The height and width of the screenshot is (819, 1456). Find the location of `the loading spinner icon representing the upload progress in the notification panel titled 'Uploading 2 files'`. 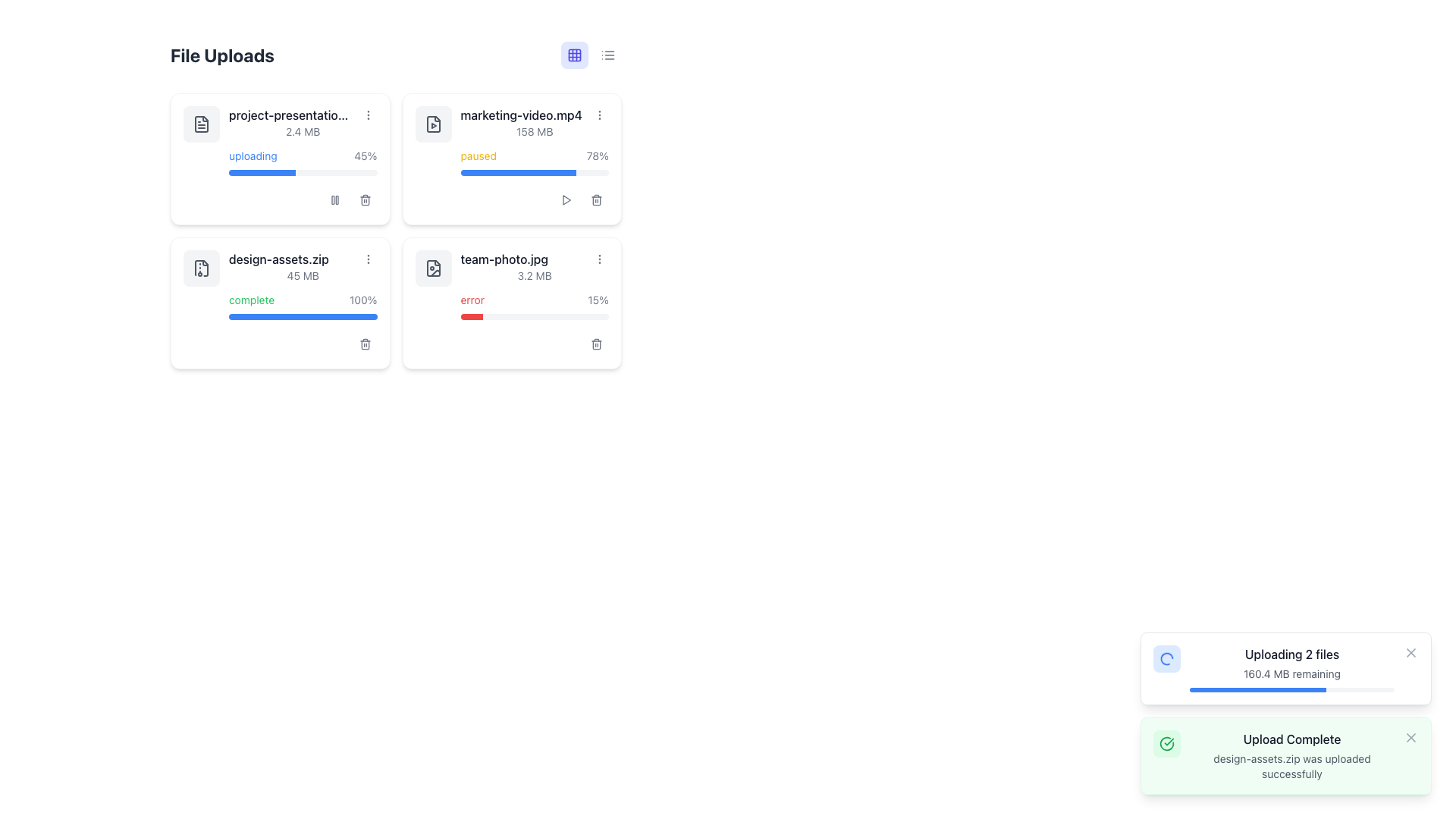

the loading spinner icon representing the upload progress in the notification panel titled 'Uploading 2 files' is located at coordinates (1166, 657).